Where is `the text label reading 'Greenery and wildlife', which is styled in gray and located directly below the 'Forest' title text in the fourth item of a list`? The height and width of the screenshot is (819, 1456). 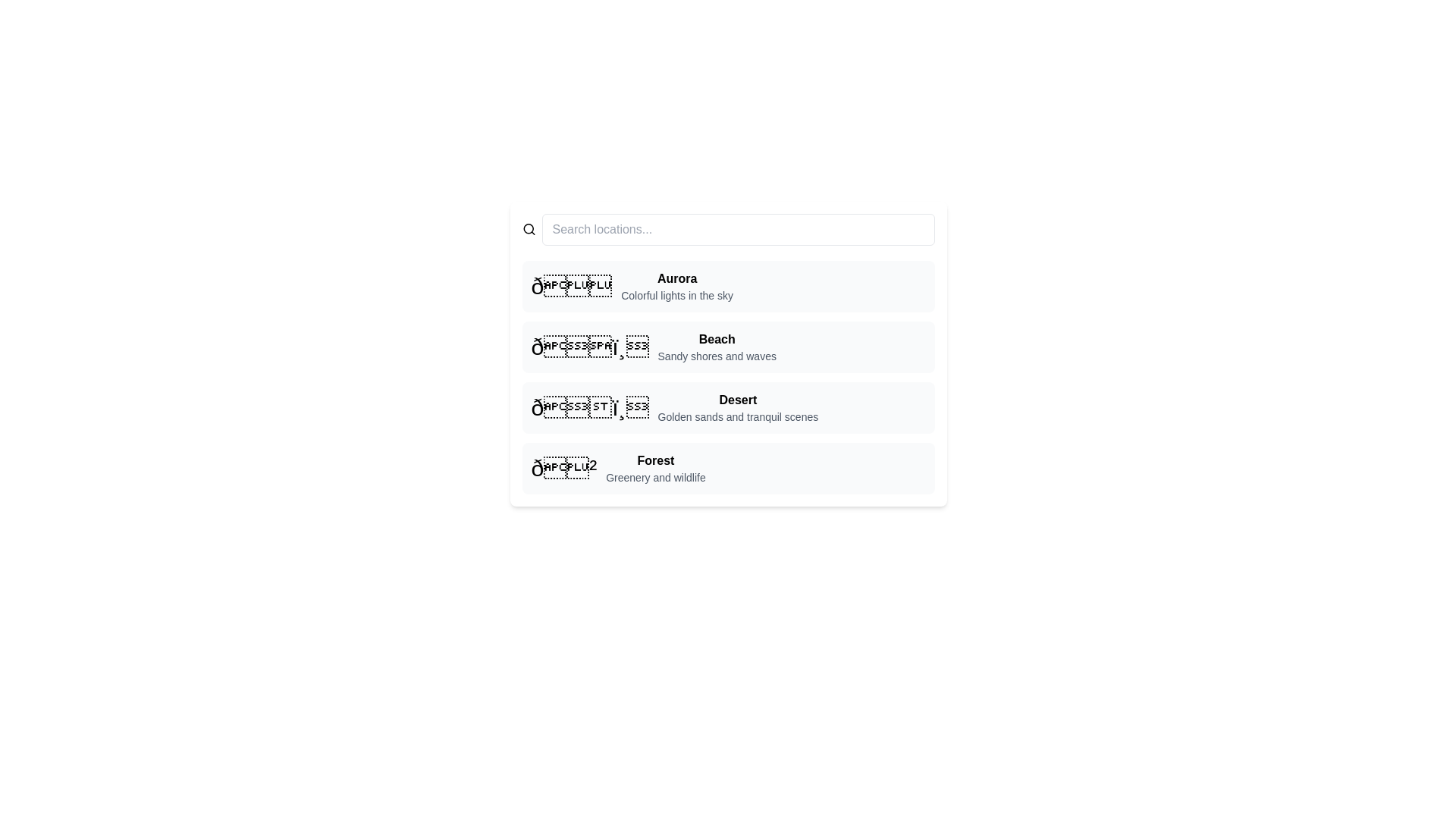
the text label reading 'Greenery and wildlife', which is styled in gray and located directly below the 'Forest' title text in the fourth item of a list is located at coordinates (655, 476).